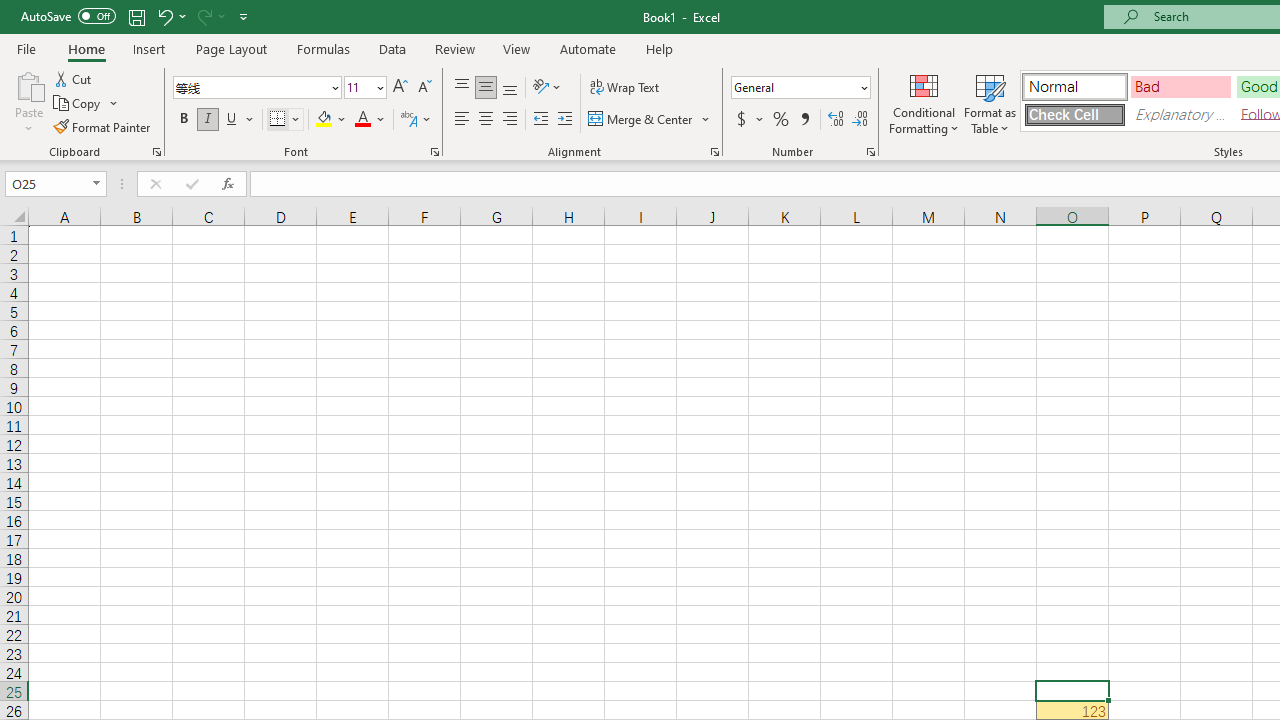  What do you see at coordinates (780, 119) in the screenshot?
I see `'Percent Style'` at bounding box center [780, 119].